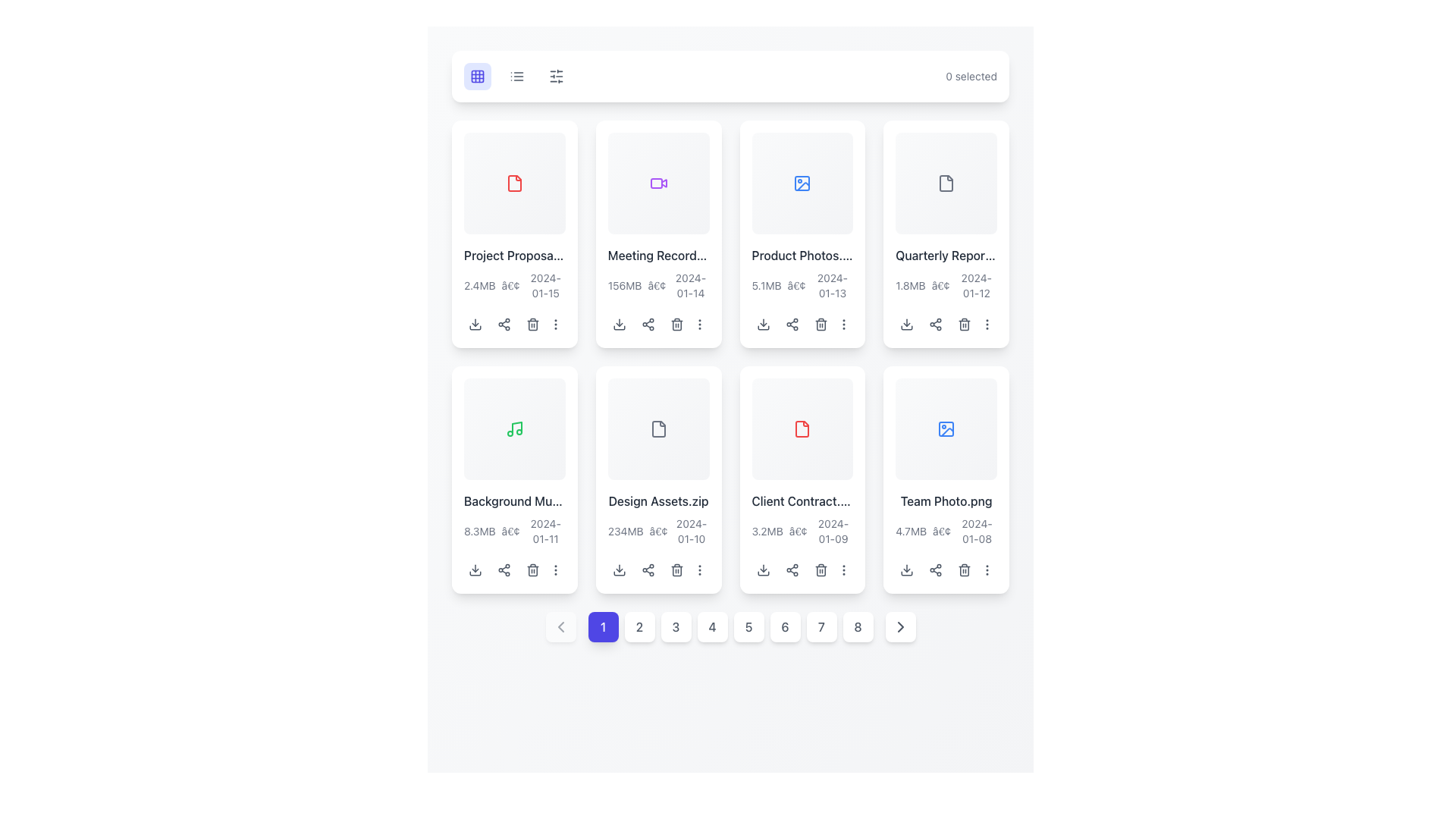 This screenshot has height=819, width=1456. What do you see at coordinates (785, 626) in the screenshot?
I see `the circular button displaying the number '6' with a white background` at bounding box center [785, 626].